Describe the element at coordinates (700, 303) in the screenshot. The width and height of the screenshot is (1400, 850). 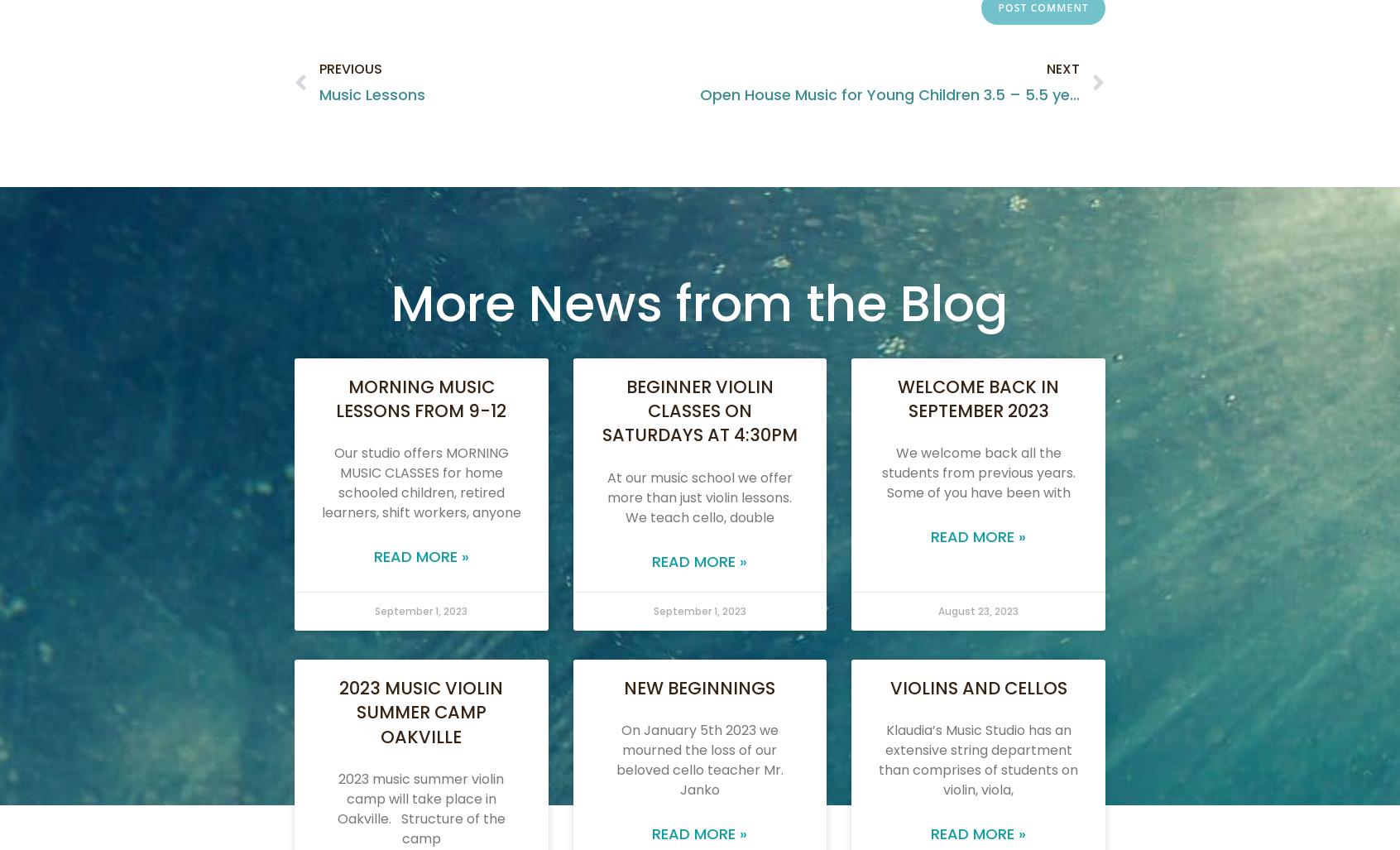
I see `'More News from the Blog'` at that location.